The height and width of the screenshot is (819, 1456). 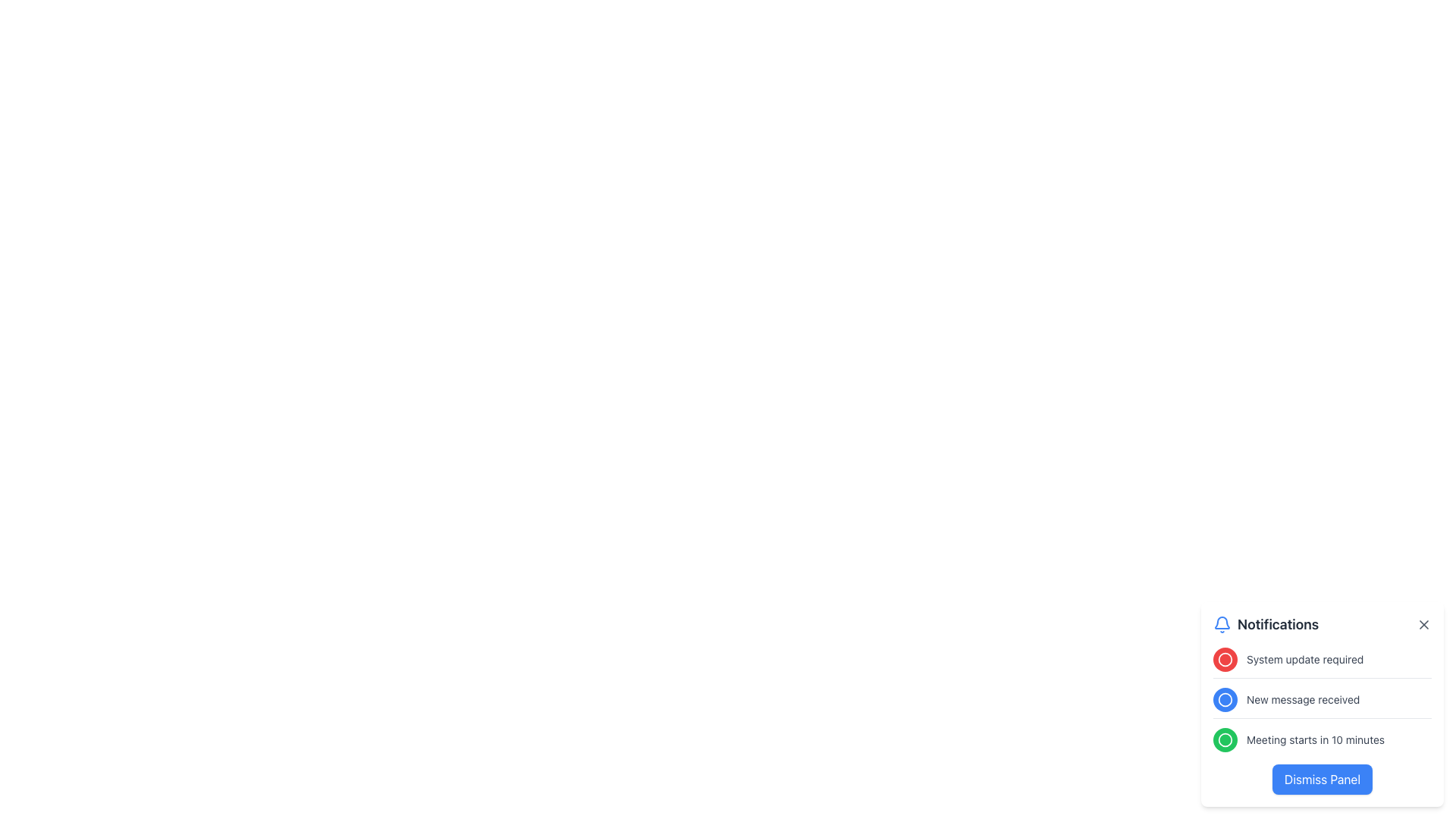 I want to click on the circular graphic element with a white border located in the notification panel next to the 'New message received' notification, so click(x=1225, y=699).